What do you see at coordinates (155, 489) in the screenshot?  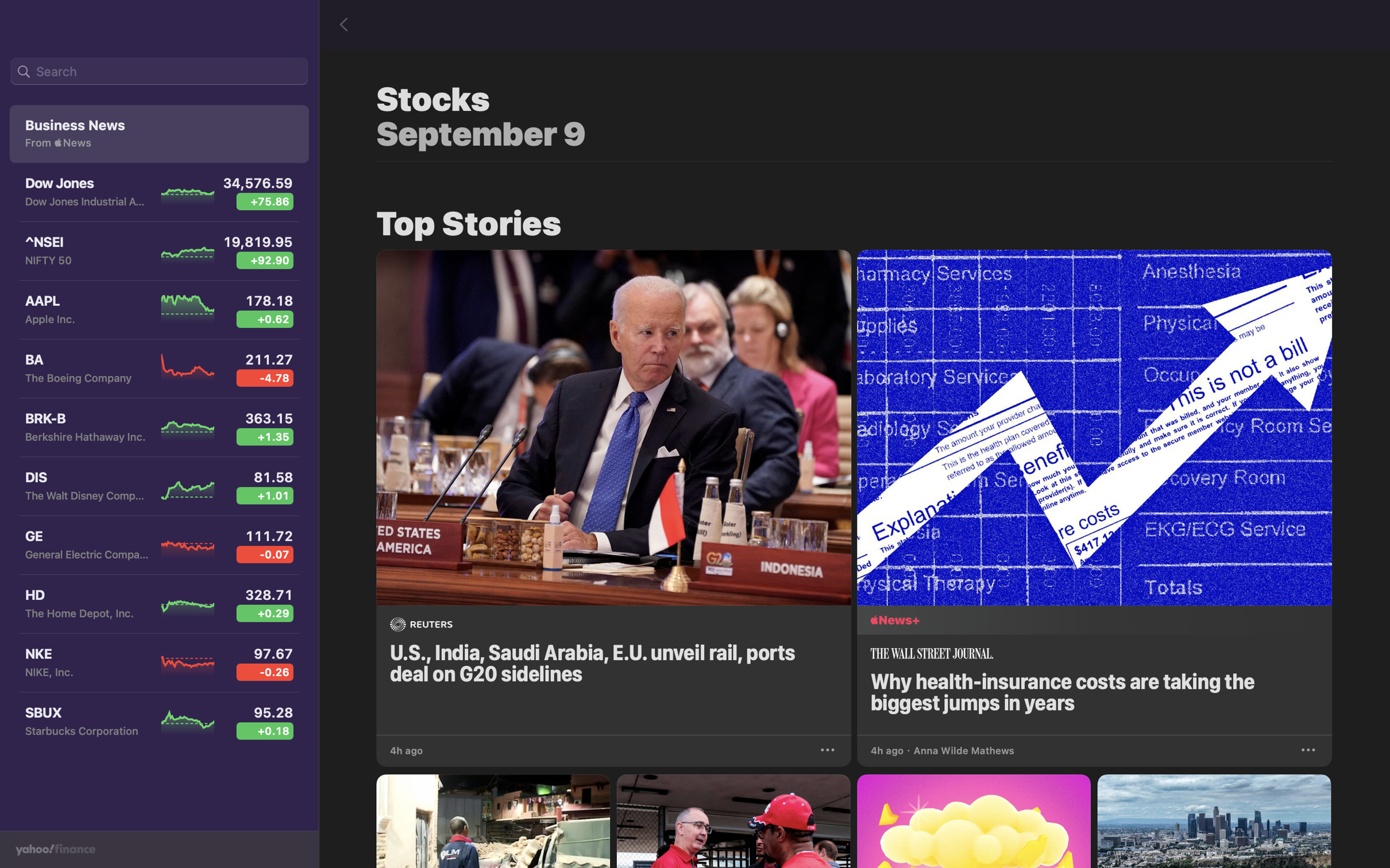 I see `the Walt Disney stock view` at bounding box center [155, 489].